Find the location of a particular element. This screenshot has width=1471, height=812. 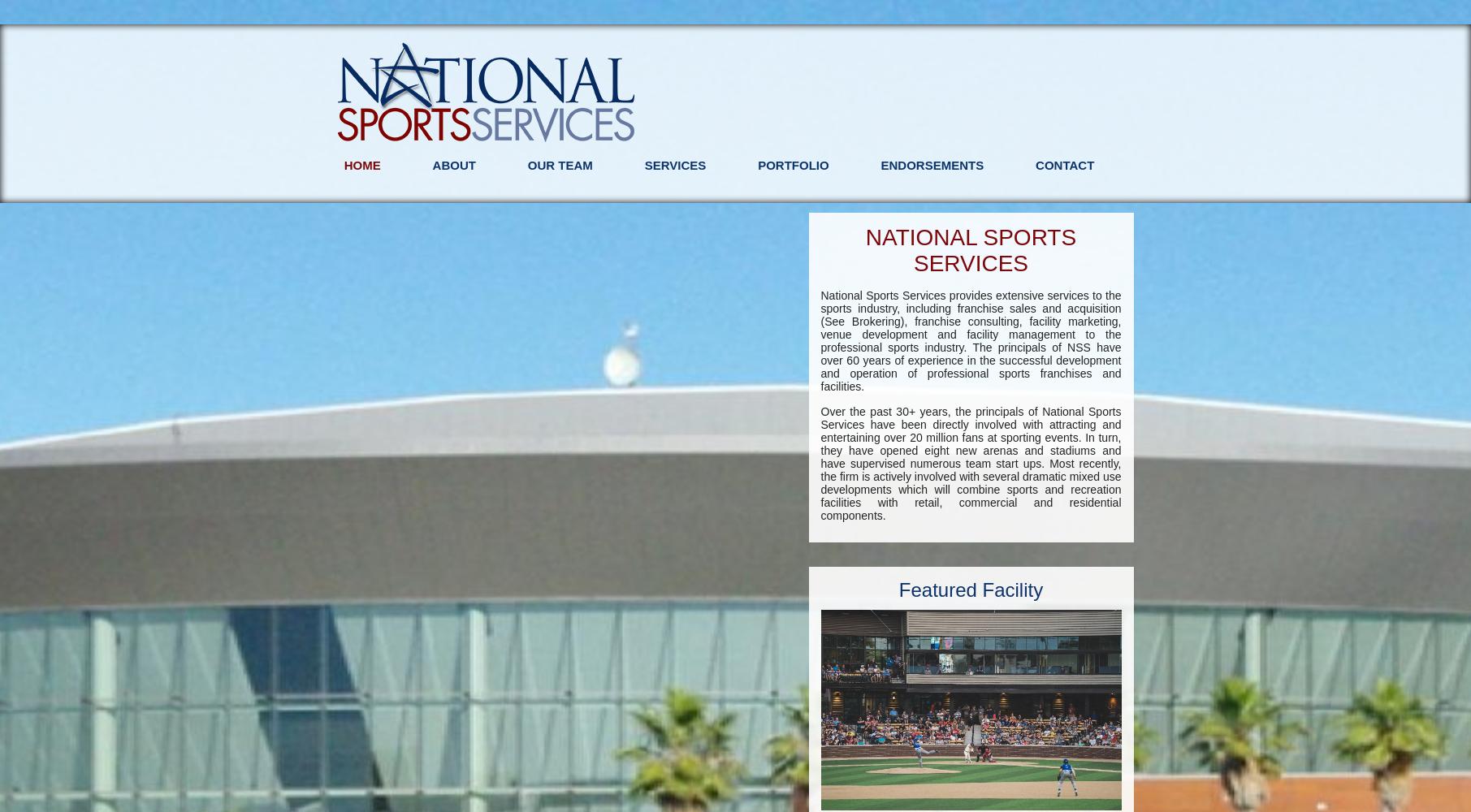

'Contact' is located at coordinates (1063, 164).